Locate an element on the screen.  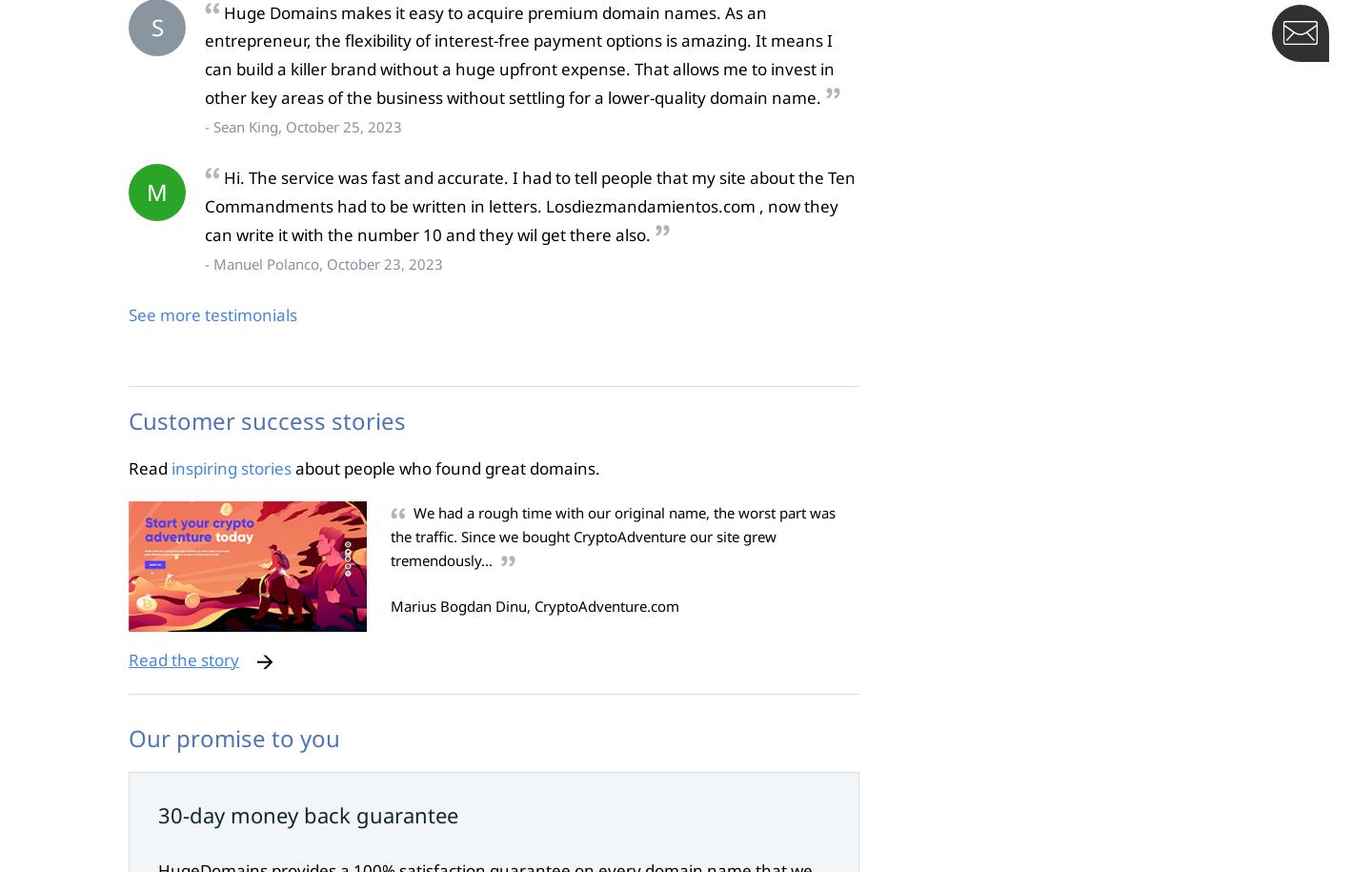
'Read the story' is located at coordinates (128, 658).